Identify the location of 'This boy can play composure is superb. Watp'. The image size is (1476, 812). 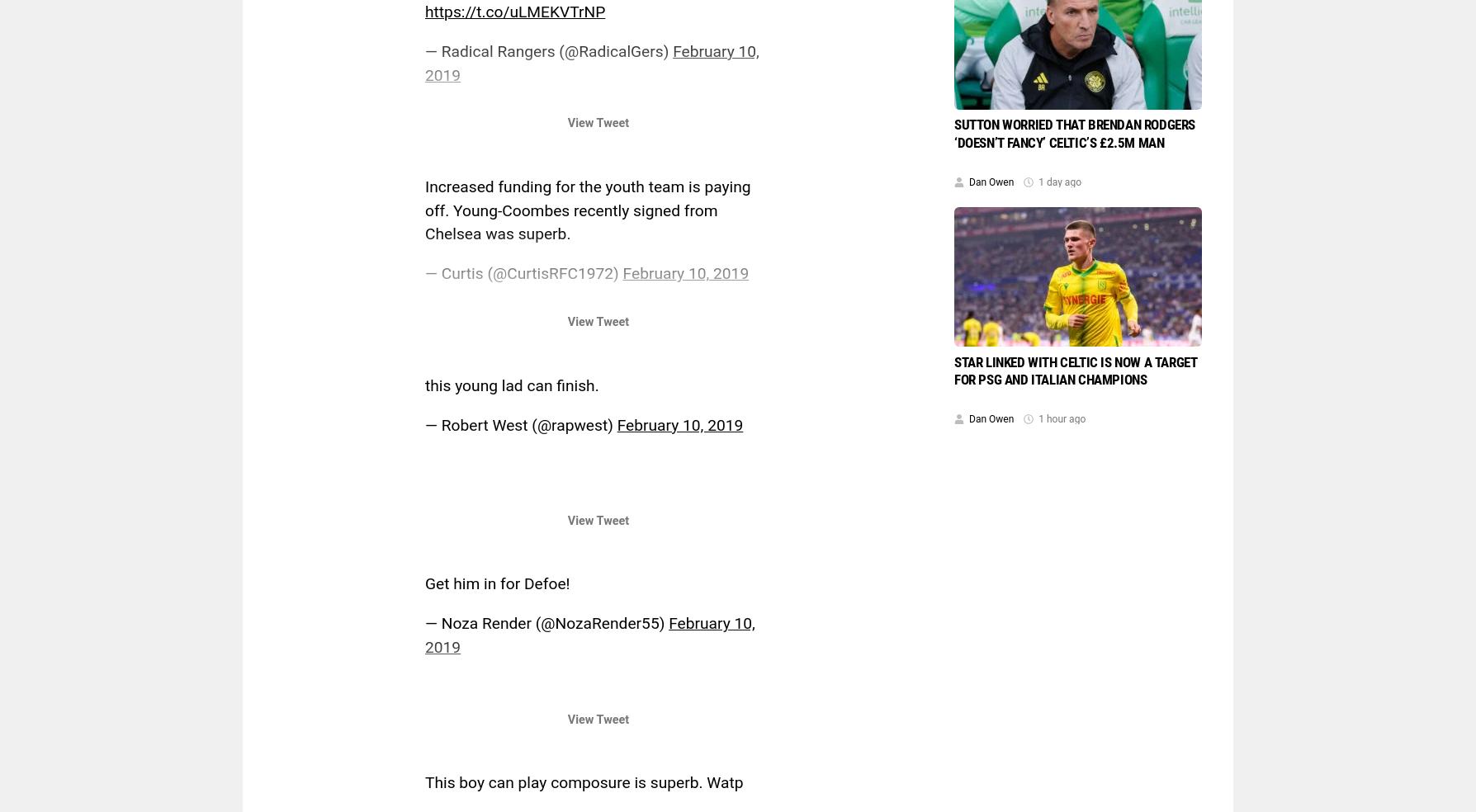
(583, 782).